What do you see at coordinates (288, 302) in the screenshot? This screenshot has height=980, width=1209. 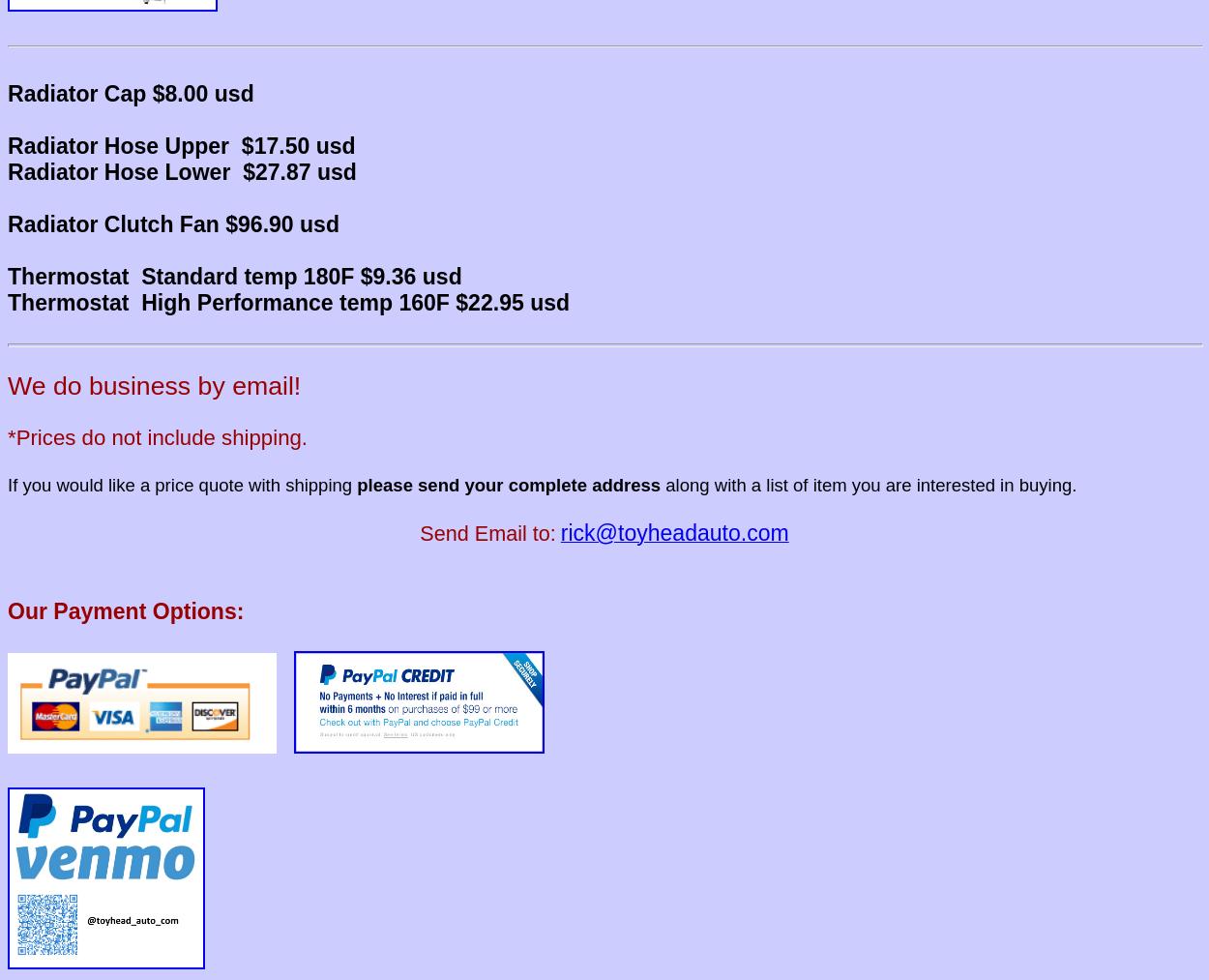 I see `'Thermostat  High Performance temp 160F $22.95 usd'` at bounding box center [288, 302].